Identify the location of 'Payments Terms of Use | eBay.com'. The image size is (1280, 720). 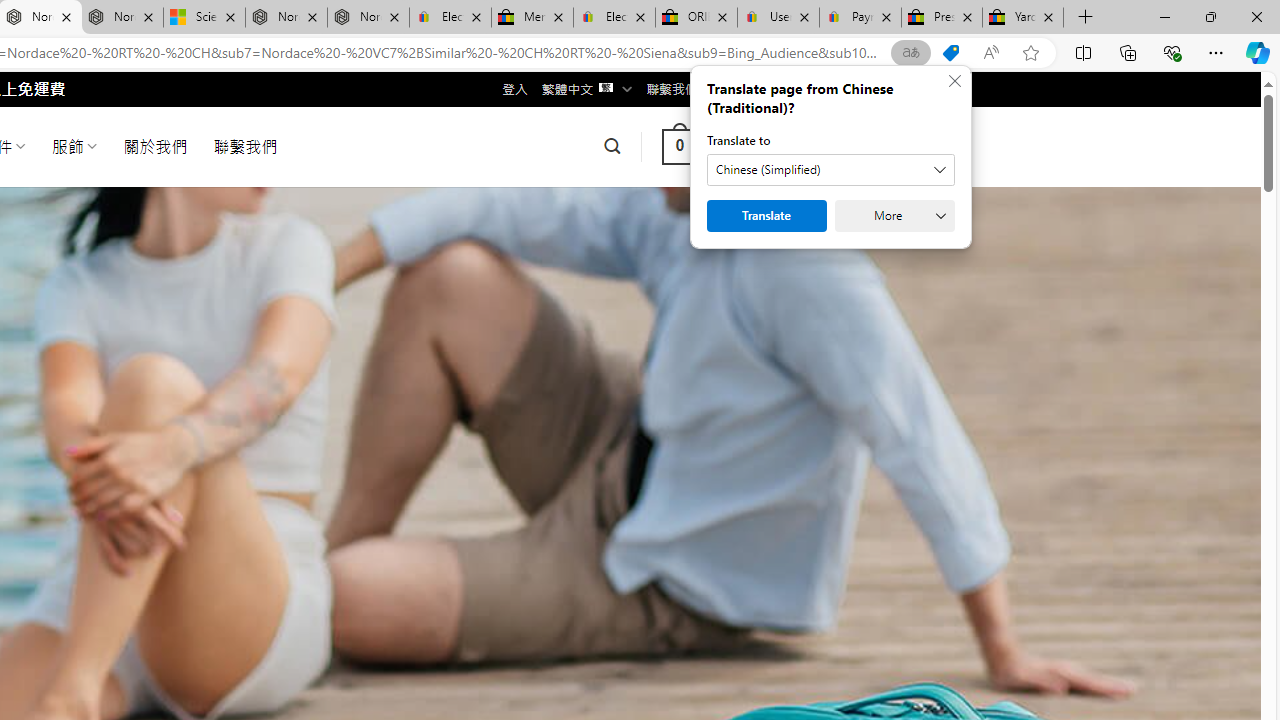
(860, 17).